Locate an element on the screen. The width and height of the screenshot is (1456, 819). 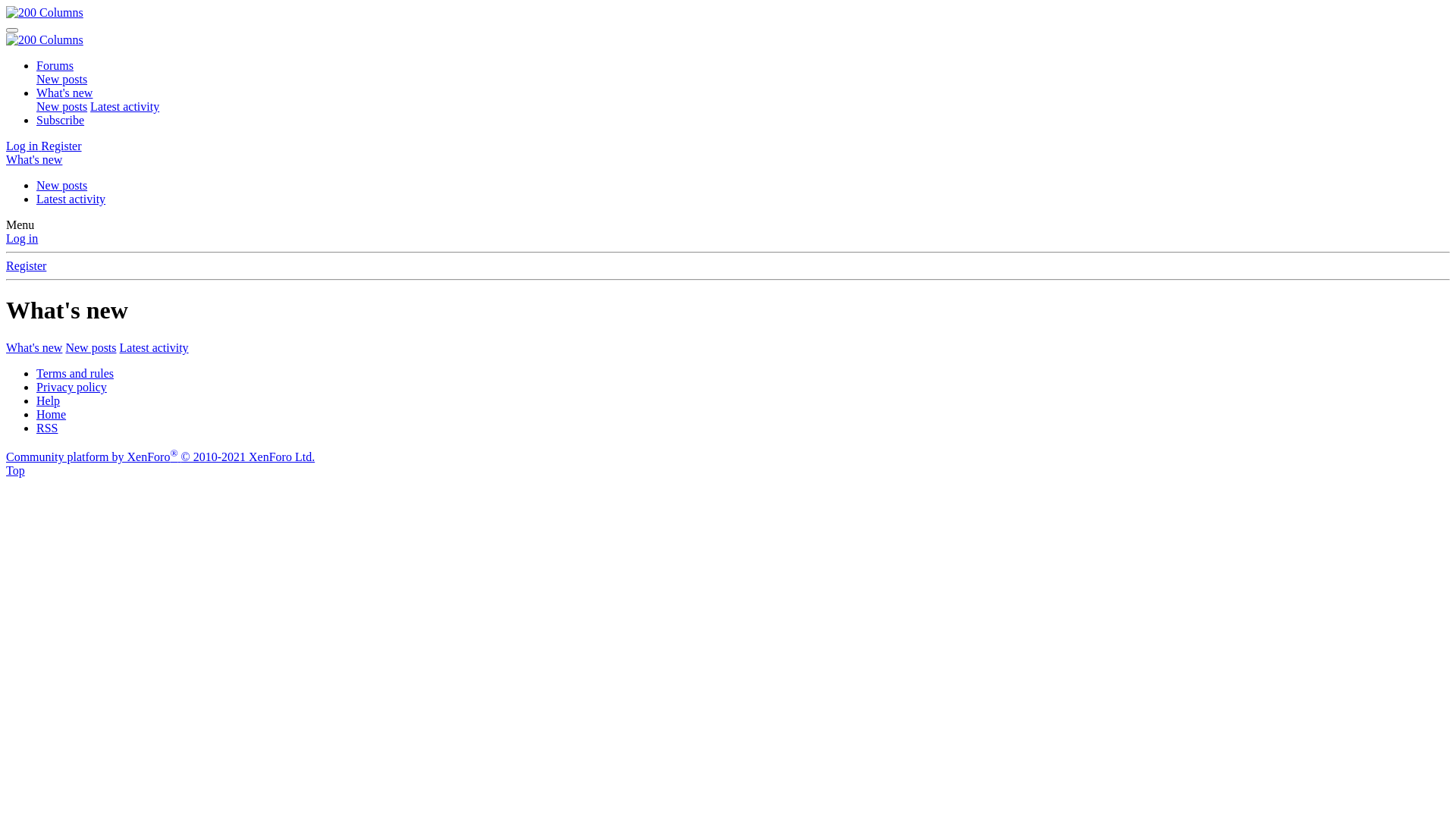
'Privacy policy' is located at coordinates (71, 386).